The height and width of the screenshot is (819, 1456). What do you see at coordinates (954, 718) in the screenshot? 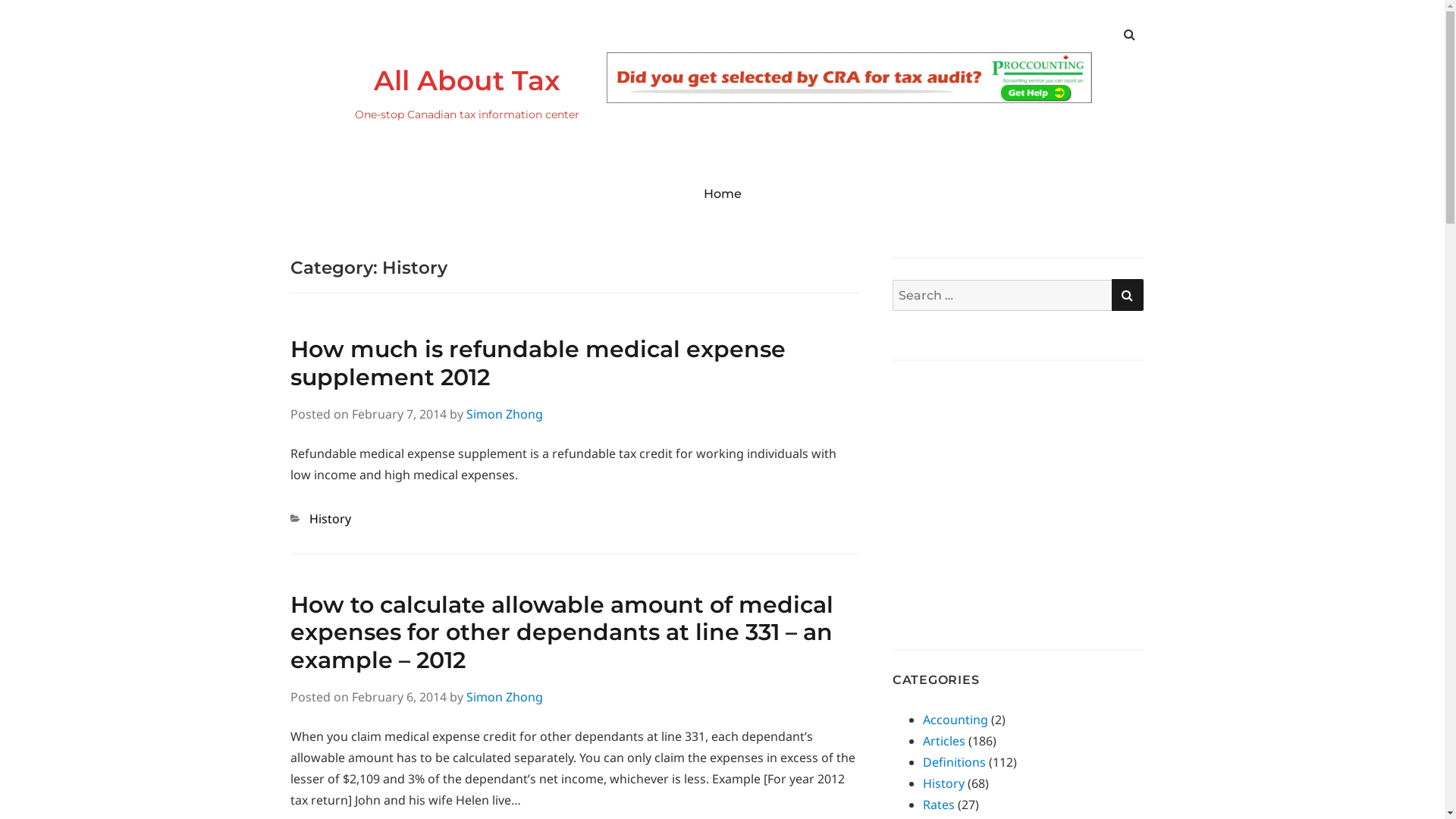
I see `'Accounting'` at bounding box center [954, 718].